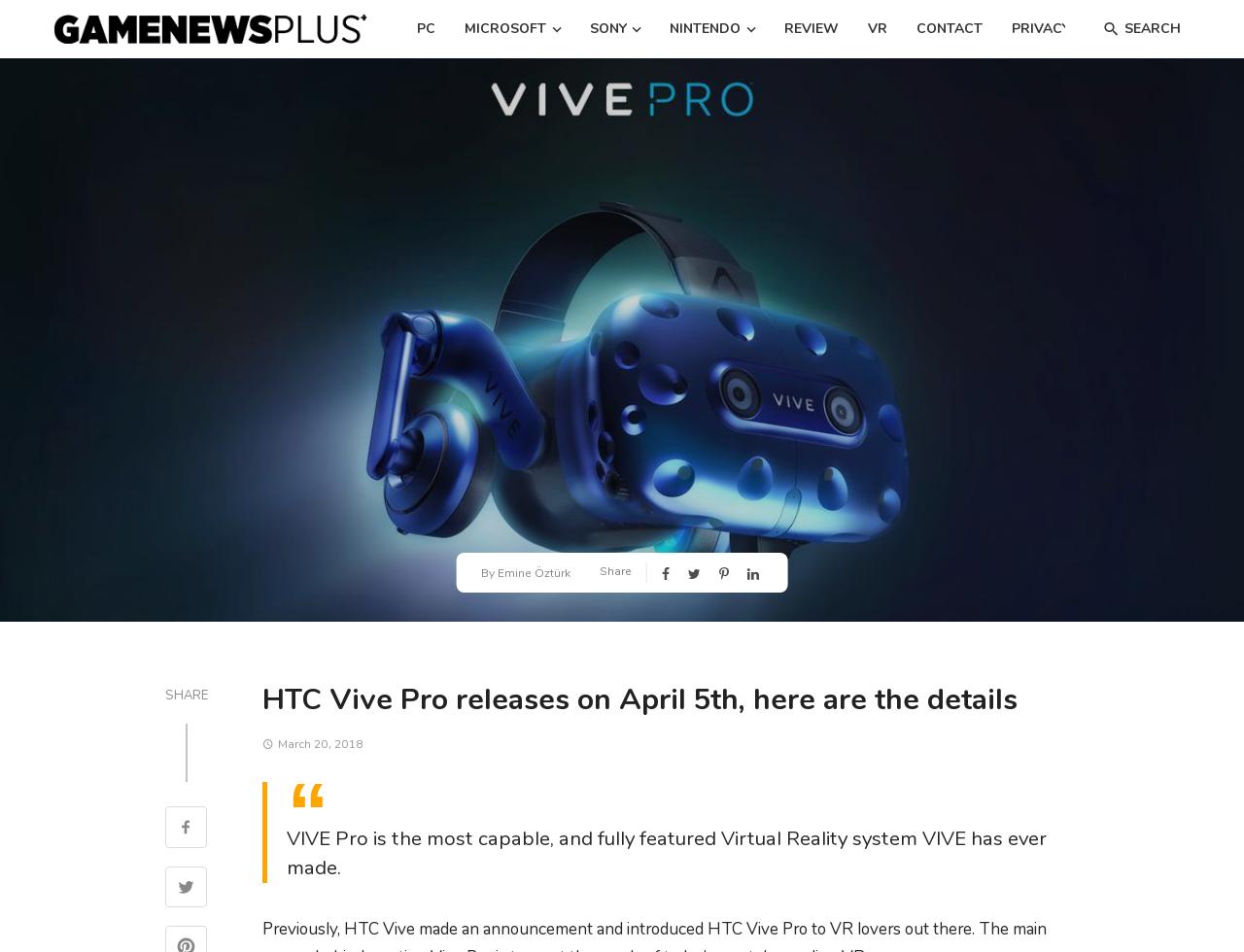 Image resolution: width=1244 pixels, height=952 pixels. I want to click on 'Nintendo', so click(704, 28).